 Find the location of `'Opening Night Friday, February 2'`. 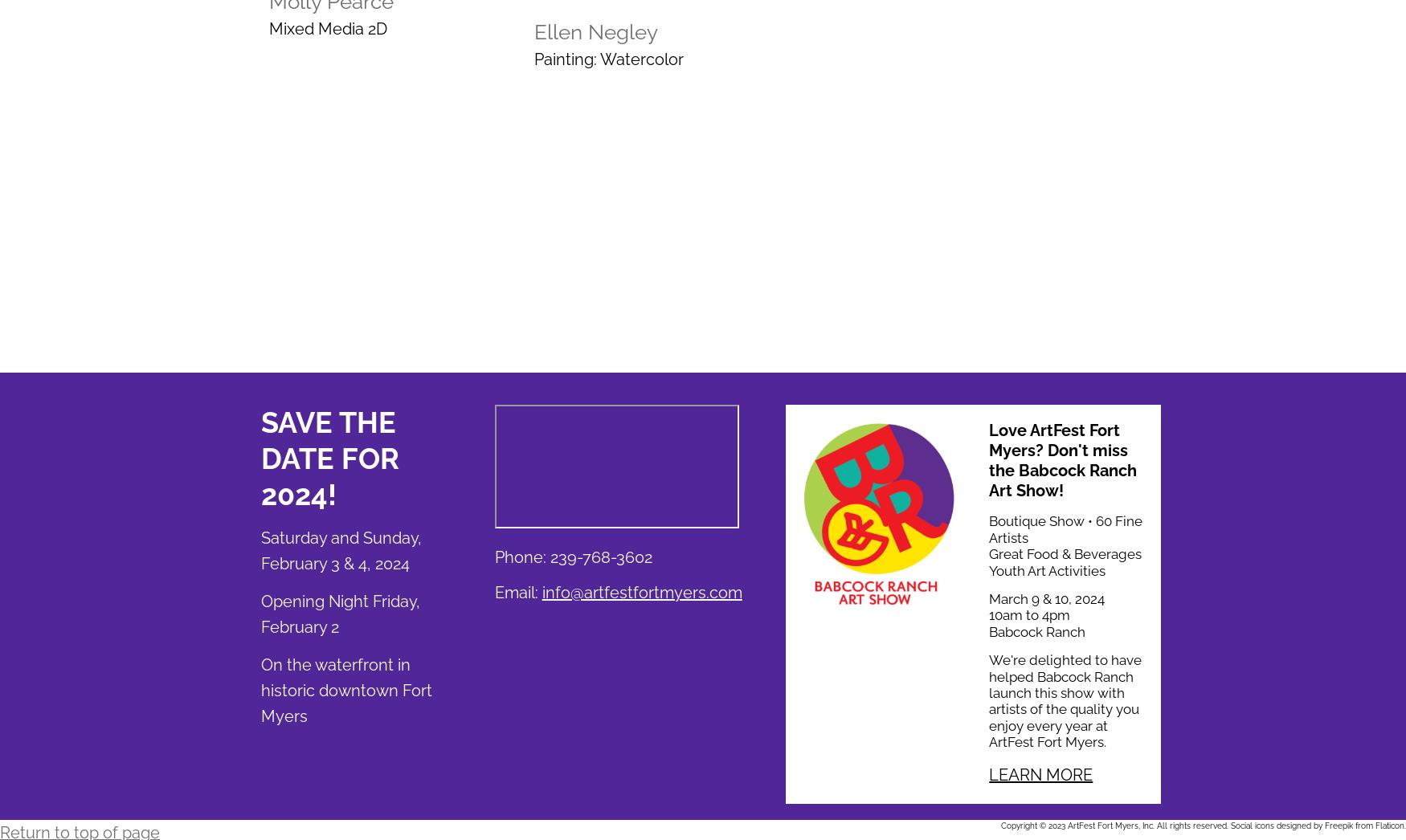

'Opening Night Friday, February 2' is located at coordinates (260, 614).